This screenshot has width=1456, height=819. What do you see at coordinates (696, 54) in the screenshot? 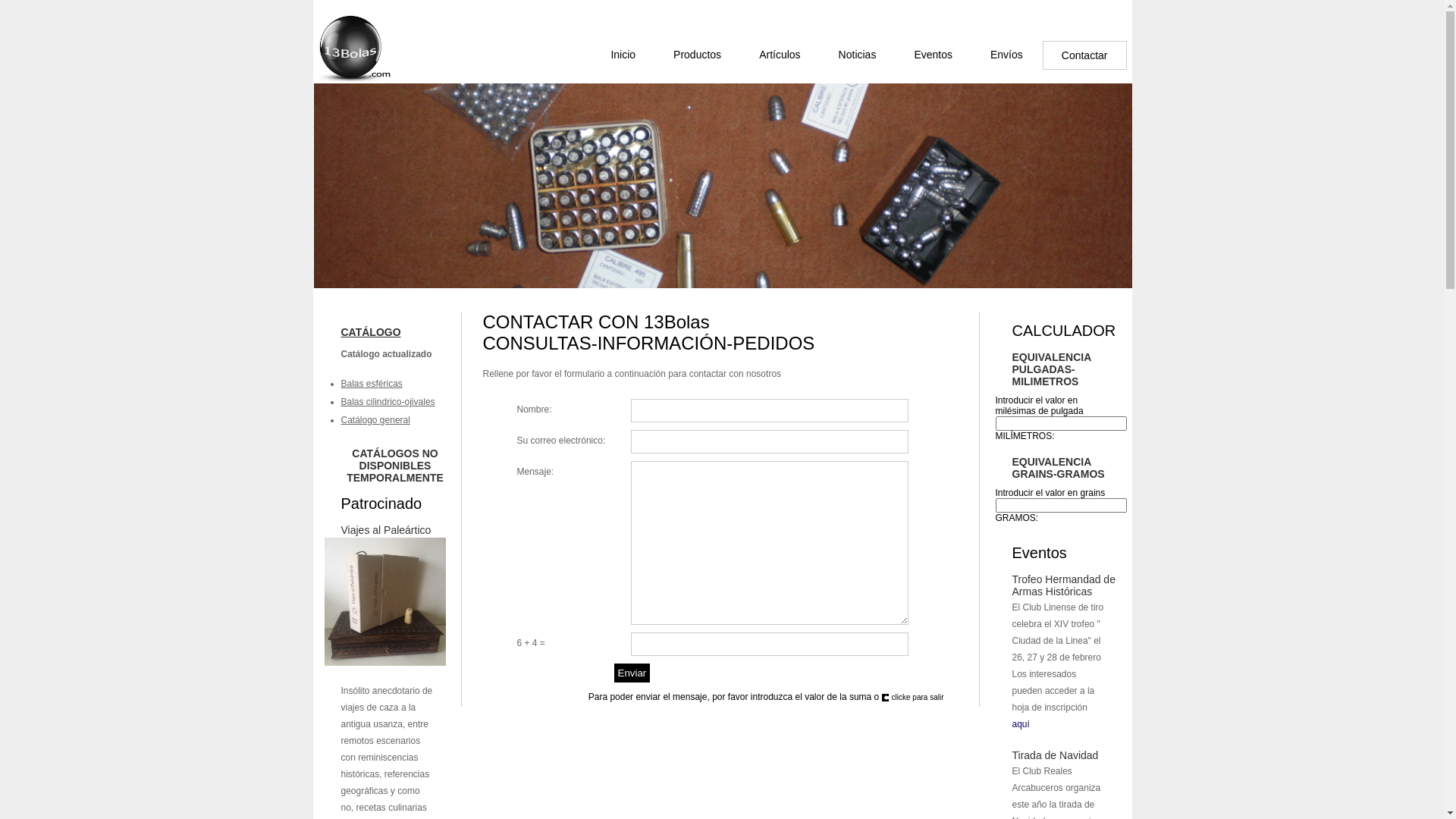
I see `'Productos'` at bounding box center [696, 54].